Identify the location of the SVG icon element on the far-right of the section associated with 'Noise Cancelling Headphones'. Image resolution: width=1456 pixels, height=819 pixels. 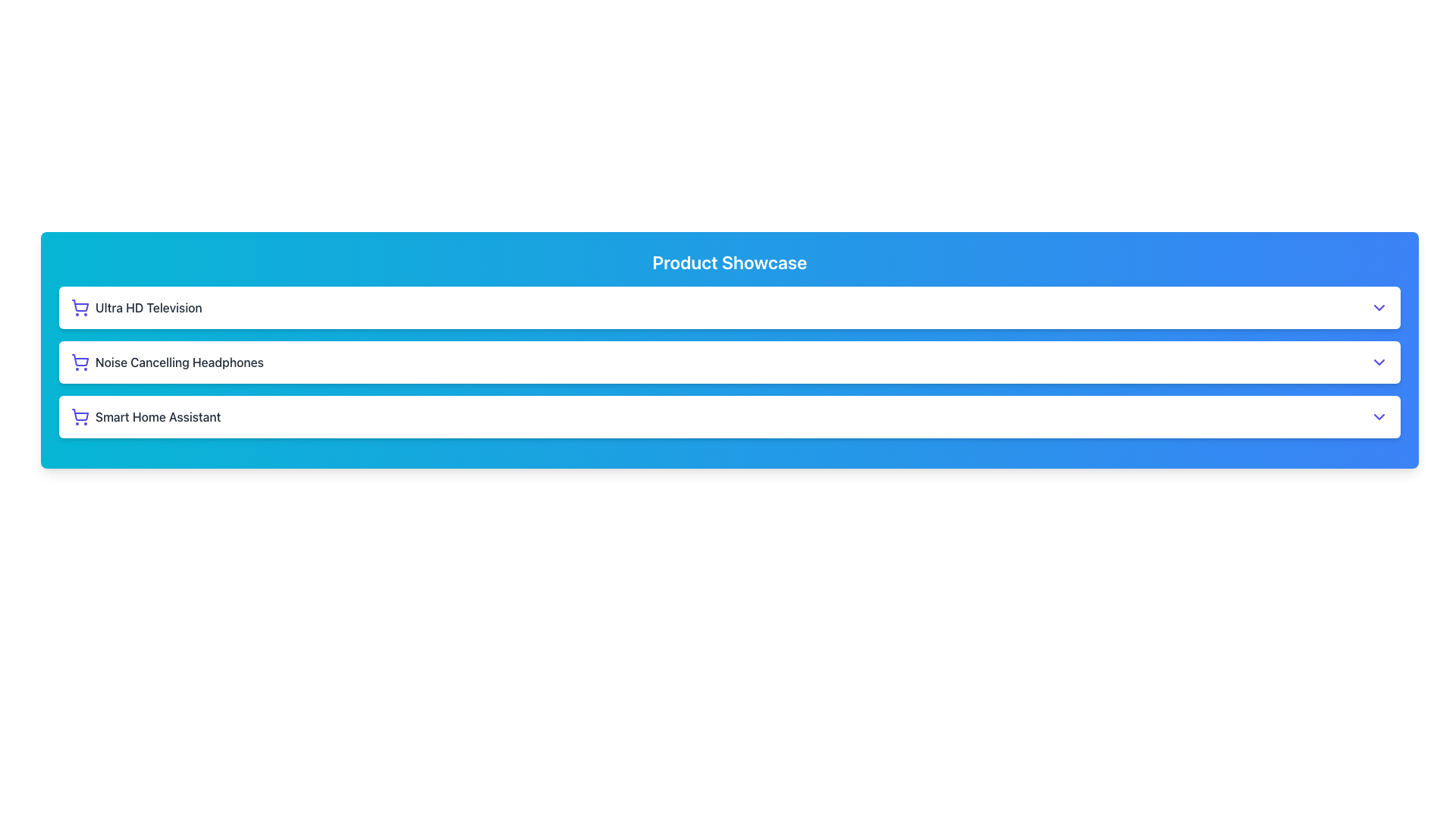
(1379, 362).